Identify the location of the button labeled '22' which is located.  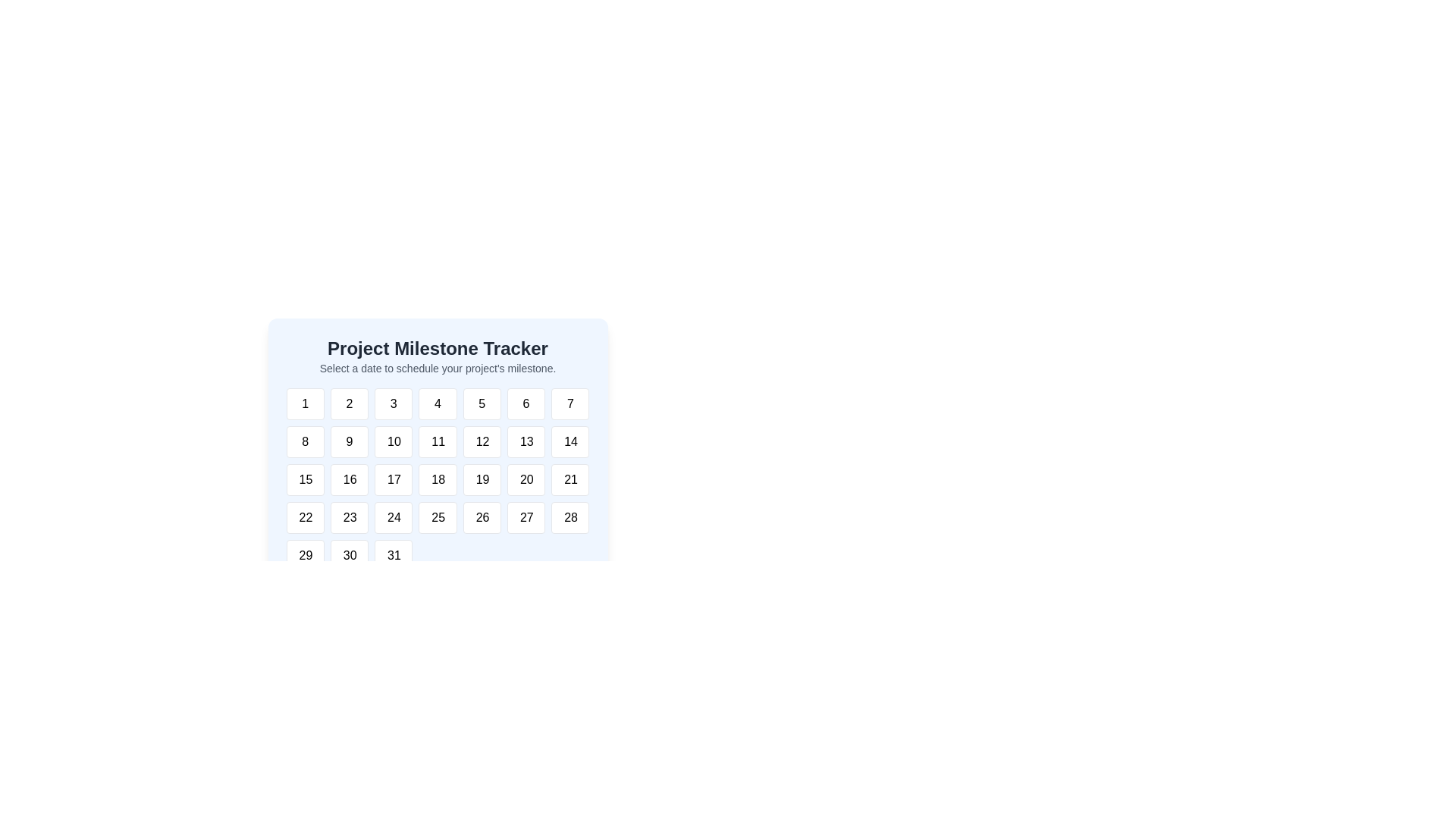
(304, 516).